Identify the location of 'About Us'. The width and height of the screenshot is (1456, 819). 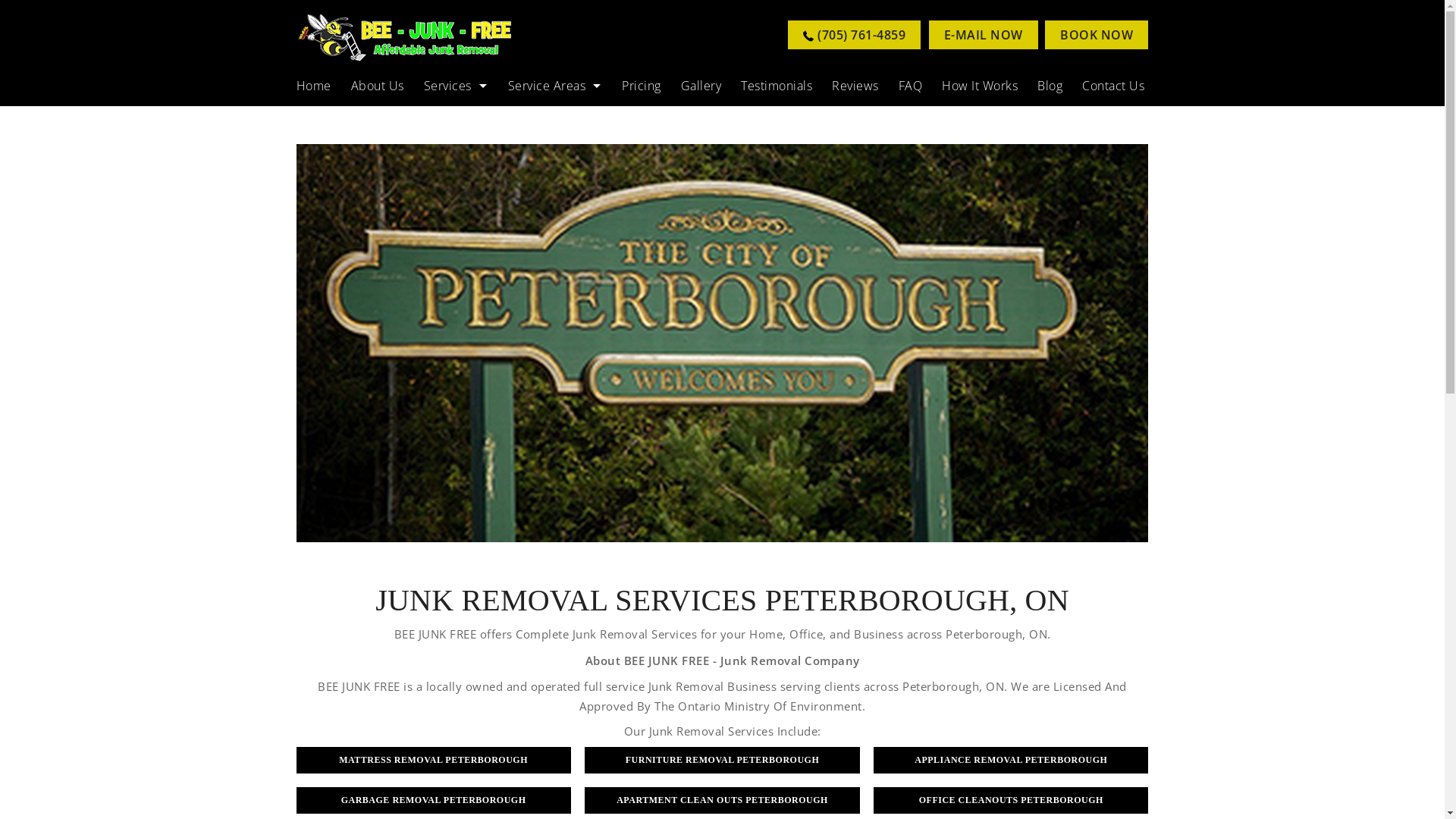
(340, 86).